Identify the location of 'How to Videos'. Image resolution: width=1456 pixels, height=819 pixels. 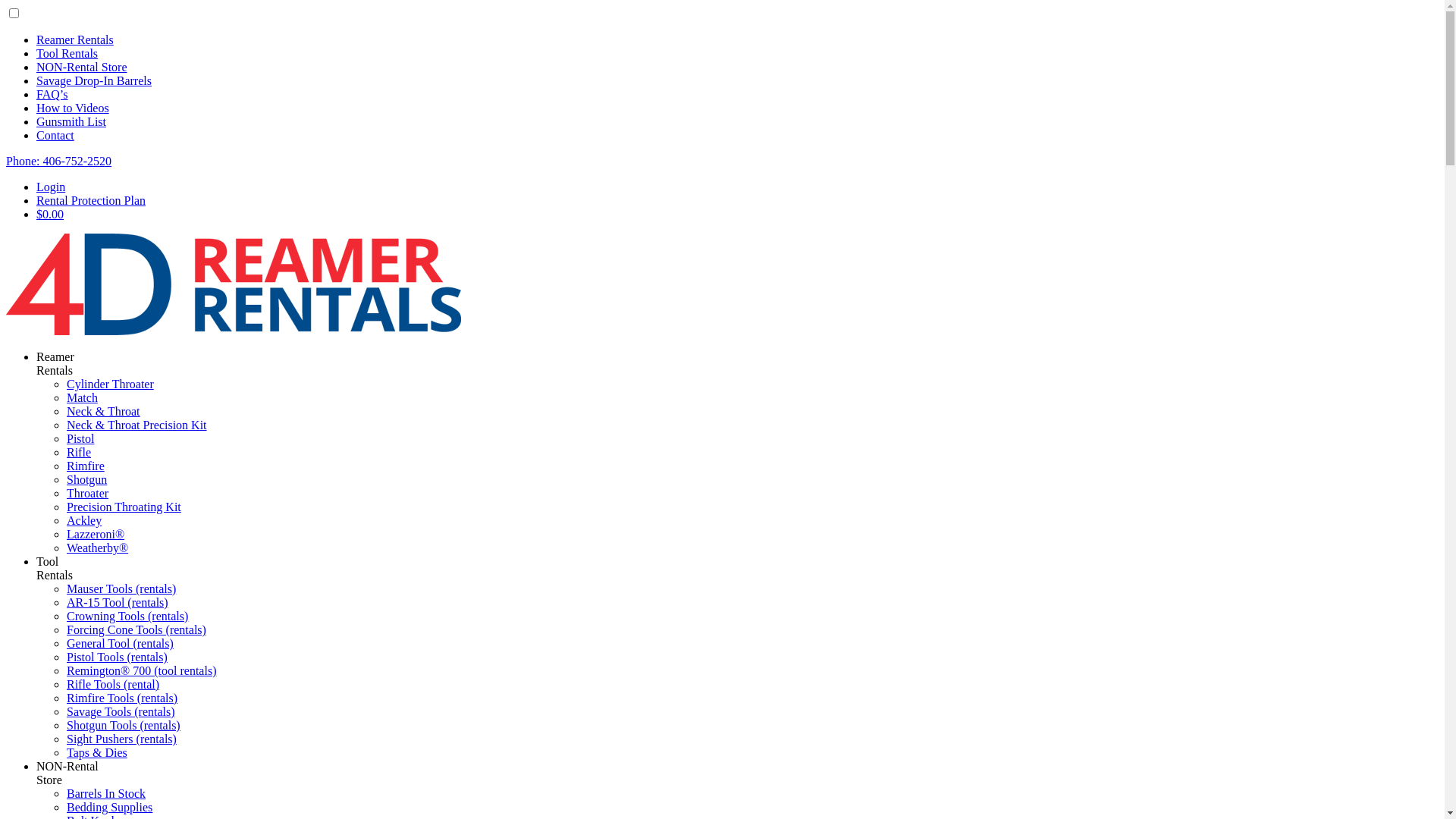
(36, 107).